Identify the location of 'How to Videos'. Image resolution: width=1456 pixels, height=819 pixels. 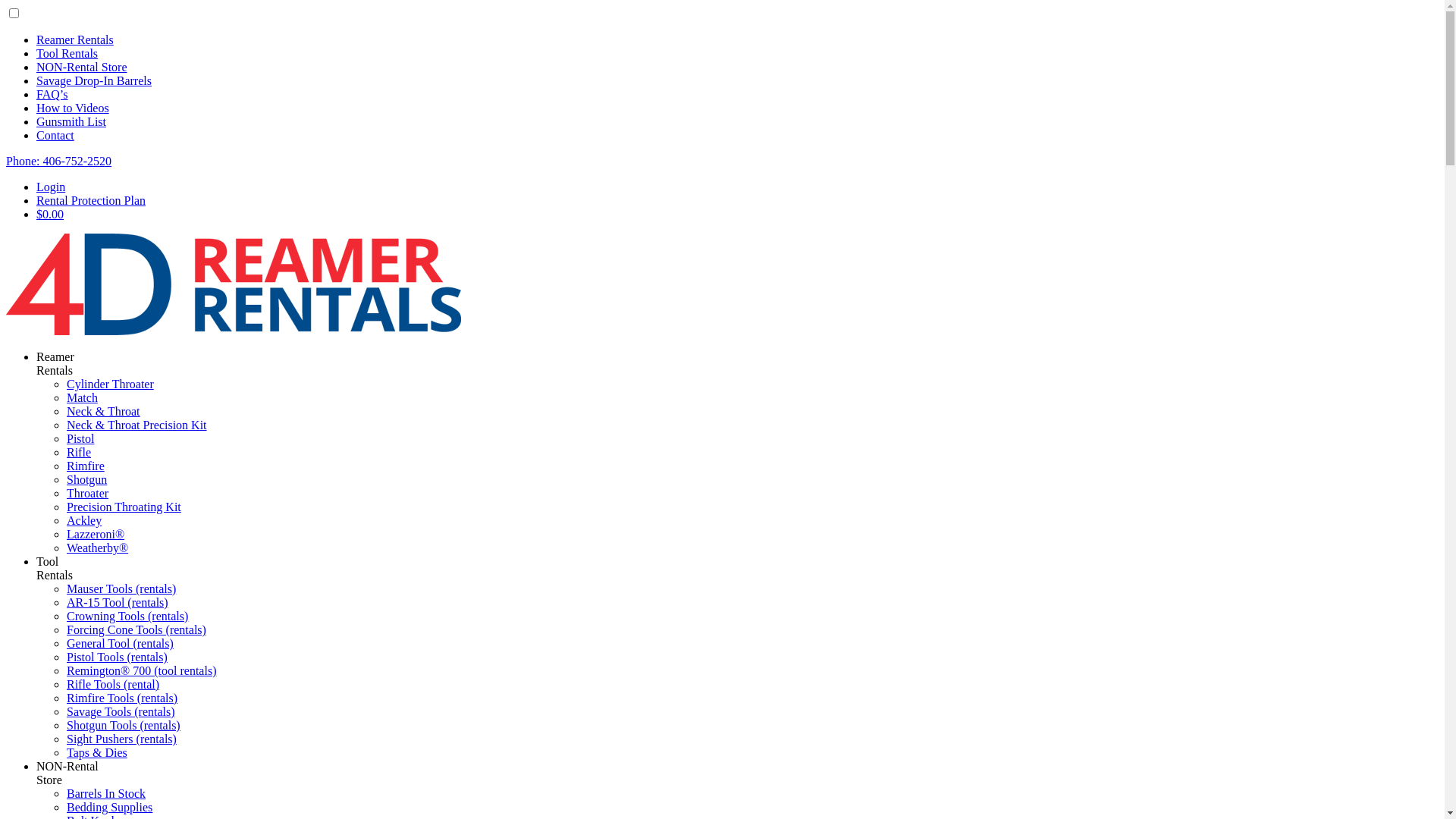
(36, 107).